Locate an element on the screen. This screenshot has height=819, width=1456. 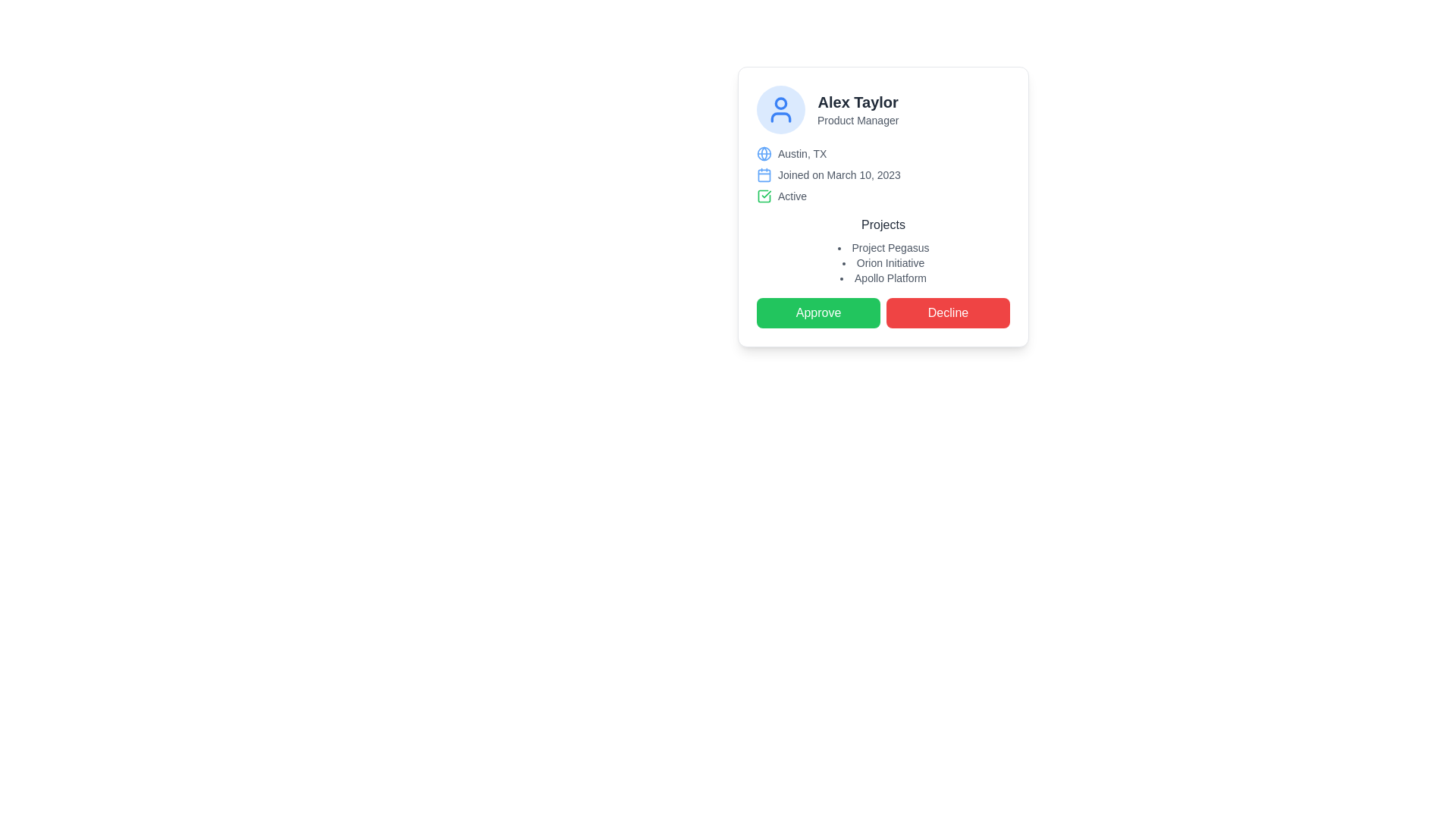
the Profile summary header displaying the user's name is located at coordinates (883, 109).